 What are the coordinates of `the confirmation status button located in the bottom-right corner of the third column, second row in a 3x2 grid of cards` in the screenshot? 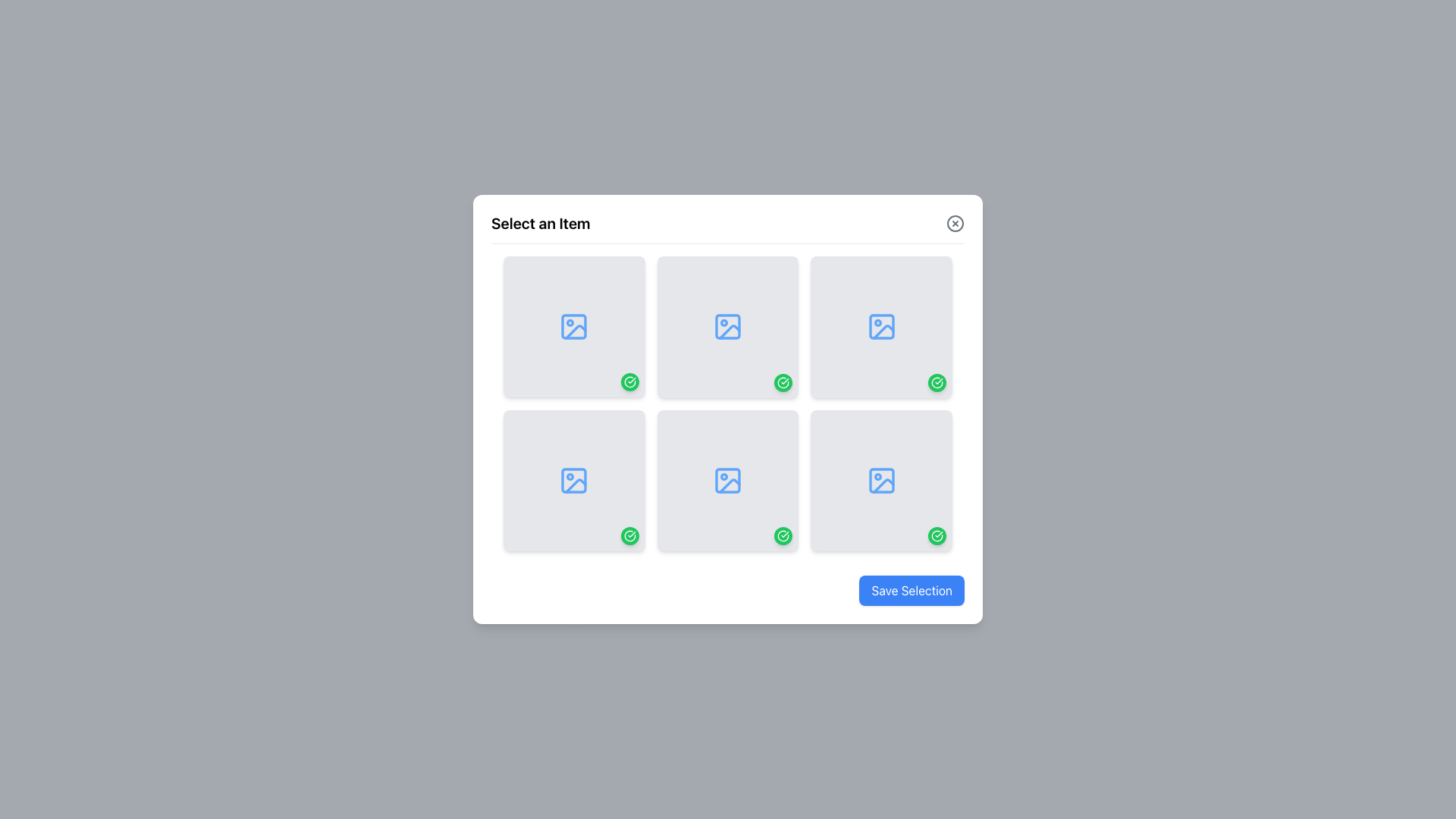 It's located at (937, 381).